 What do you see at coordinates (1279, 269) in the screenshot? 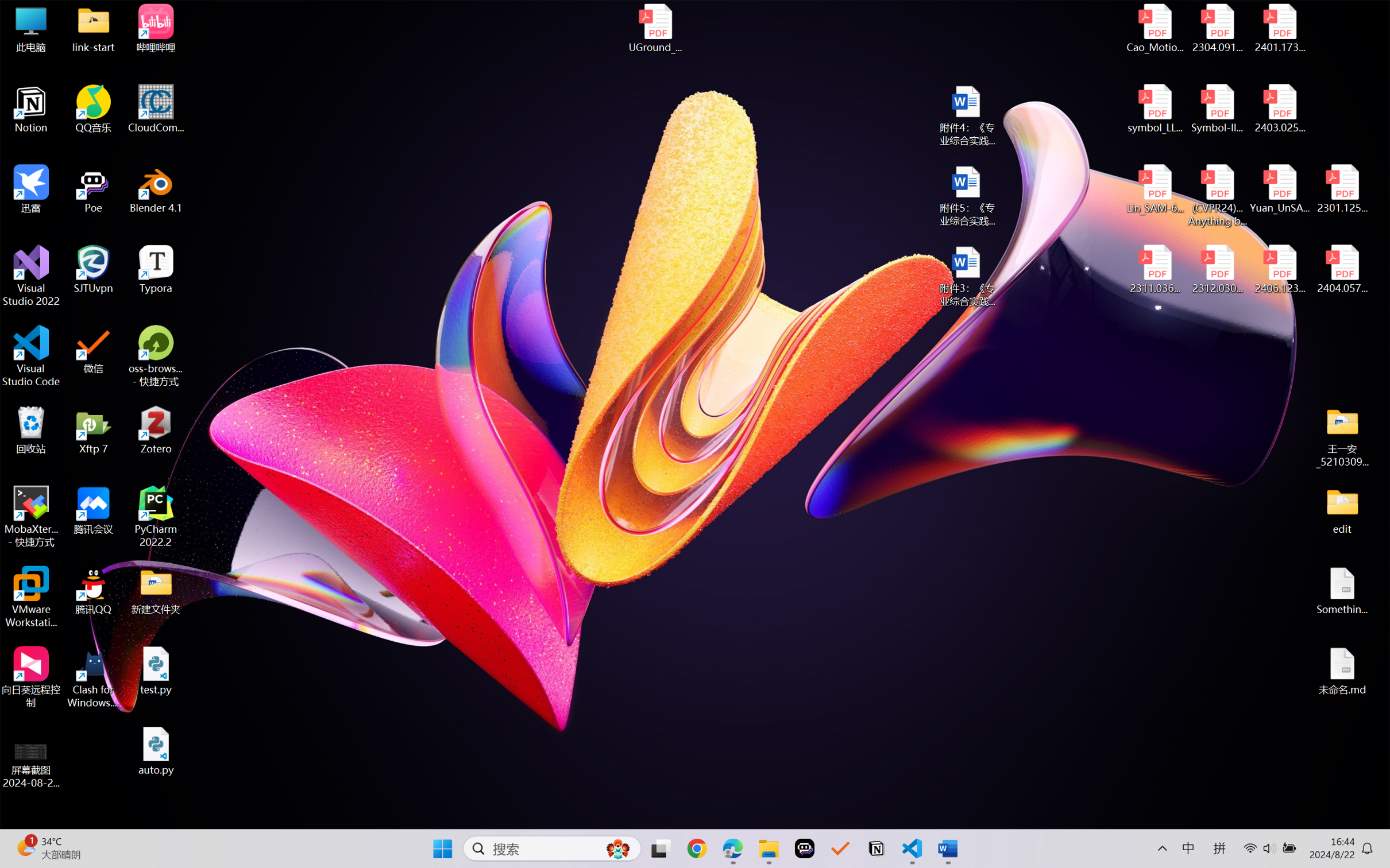
I see `'2406.12373v2.pdf'` at bounding box center [1279, 269].